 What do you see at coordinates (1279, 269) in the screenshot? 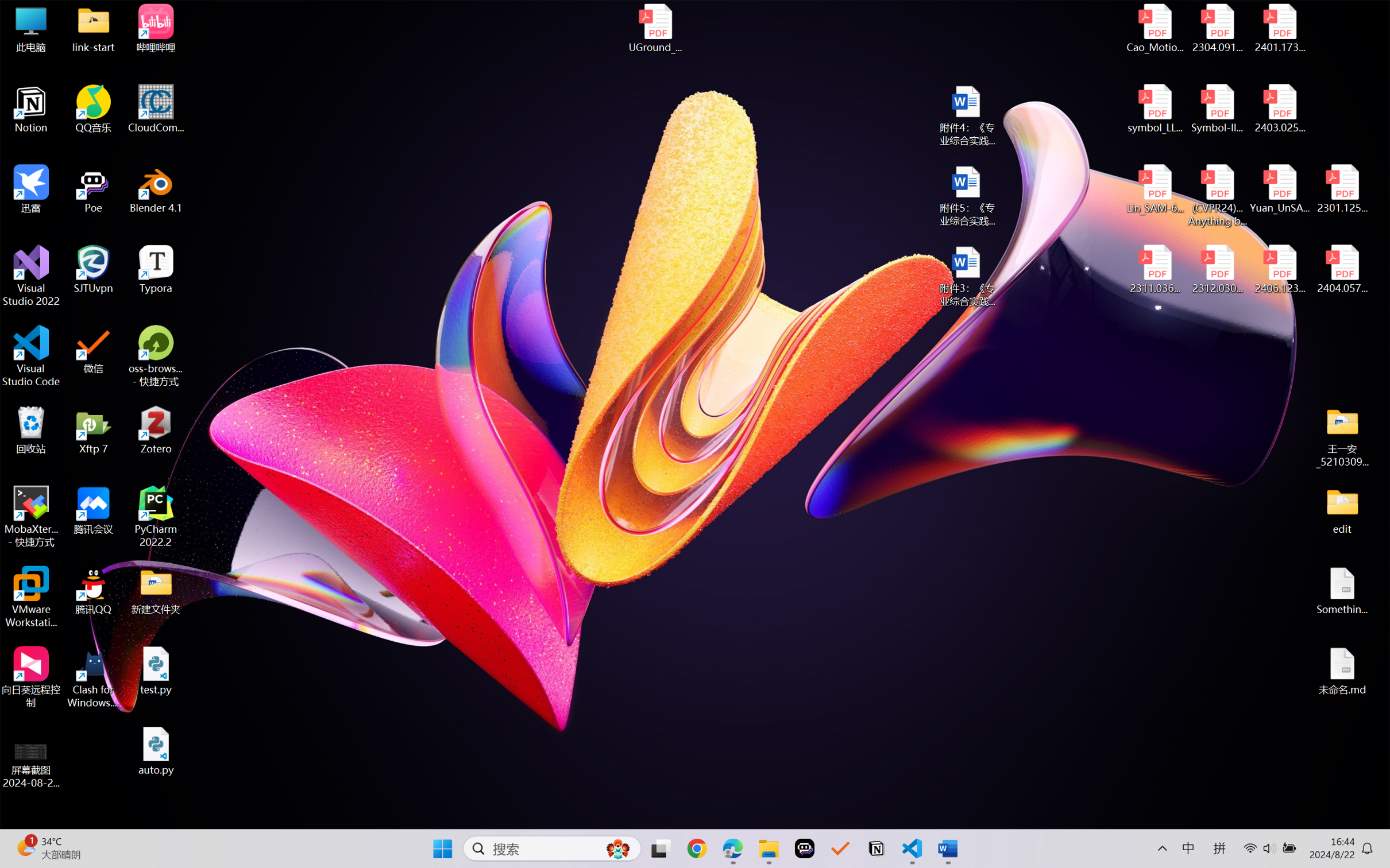
I see `'2406.12373v2.pdf'` at bounding box center [1279, 269].